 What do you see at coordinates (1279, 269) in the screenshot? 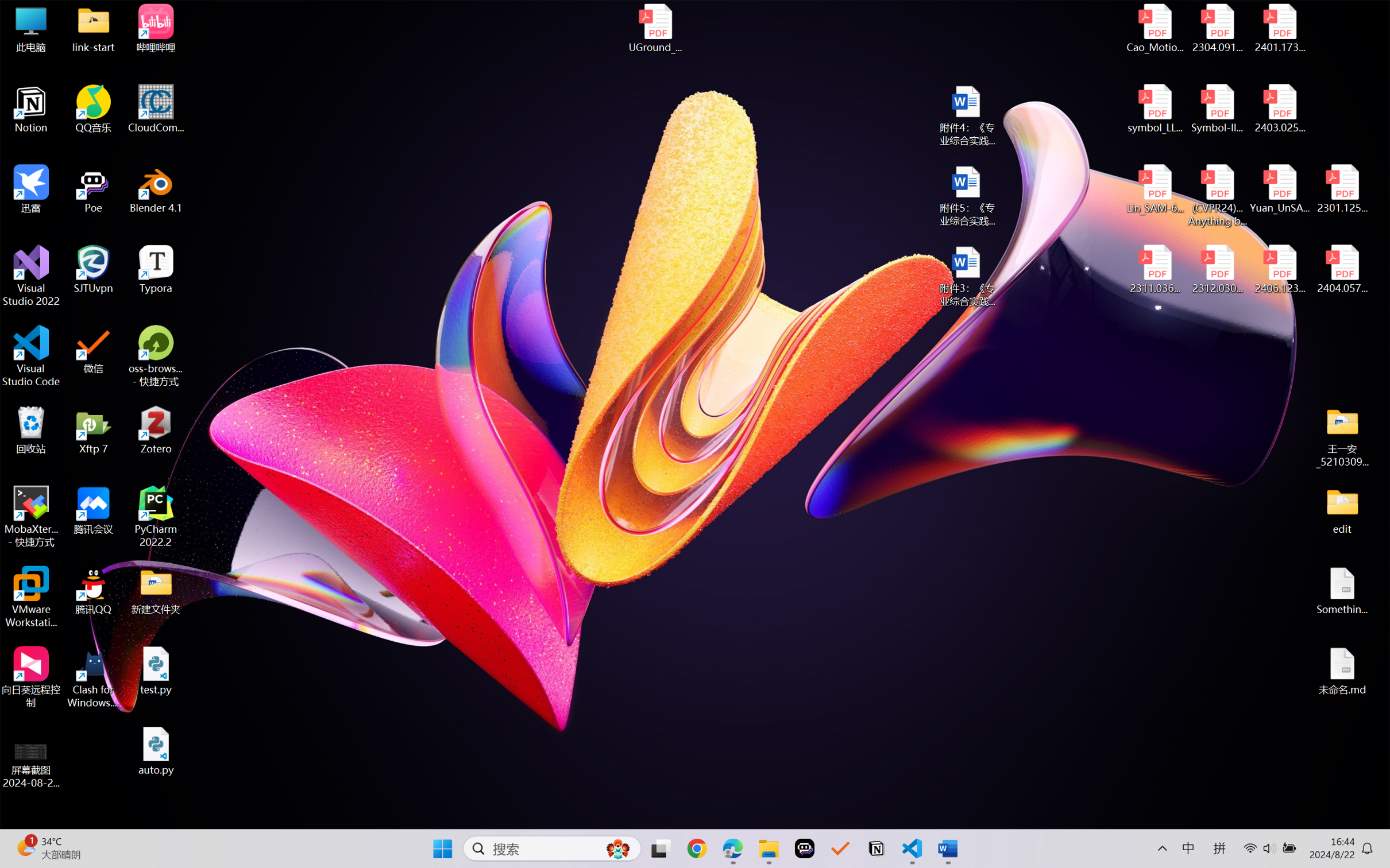
I see `'2406.12373v2.pdf'` at bounding box center [1279, 269].